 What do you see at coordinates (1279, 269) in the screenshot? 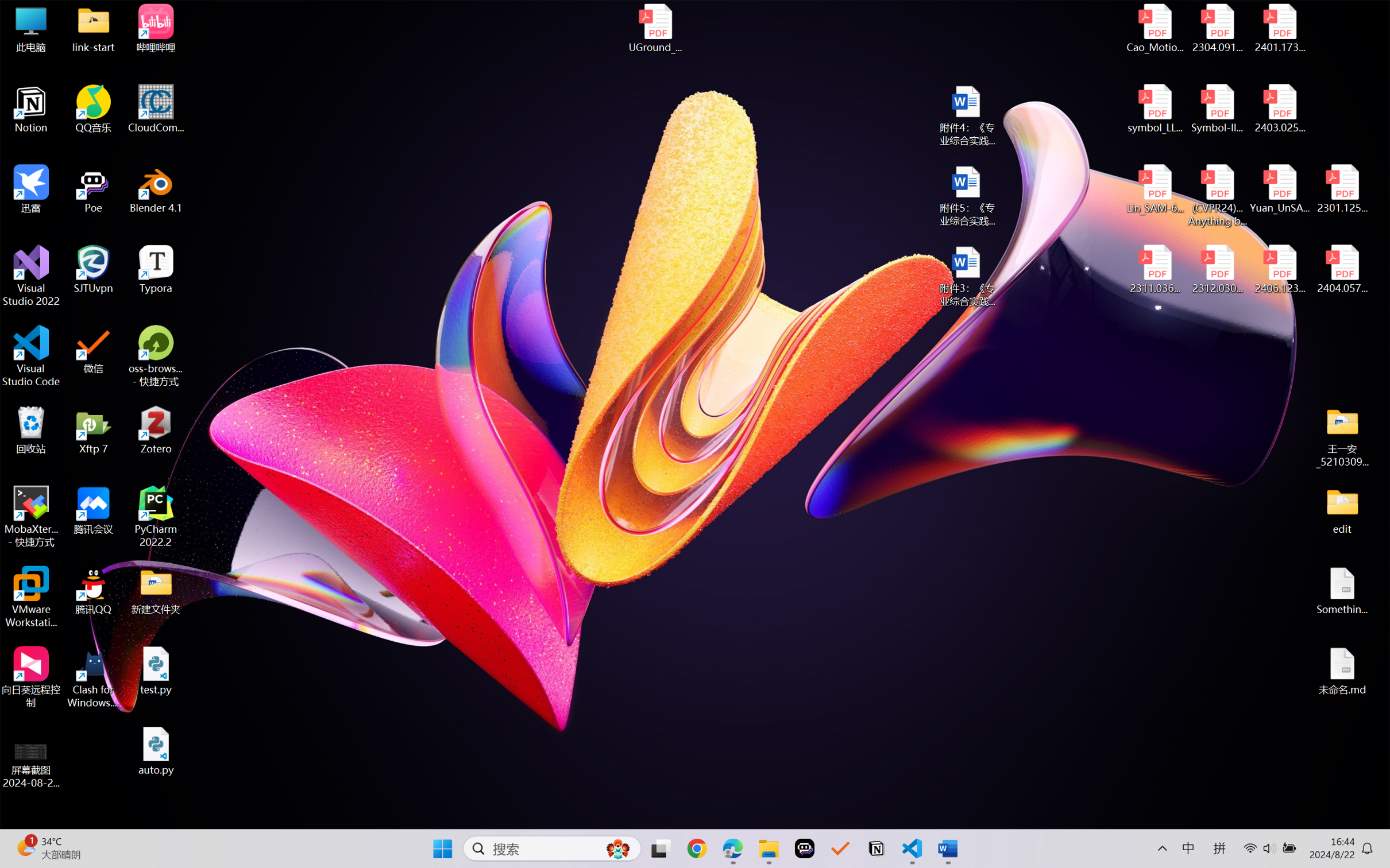
I see `'2406.12373v2.pdf'` at bounding box center [1279, 269].